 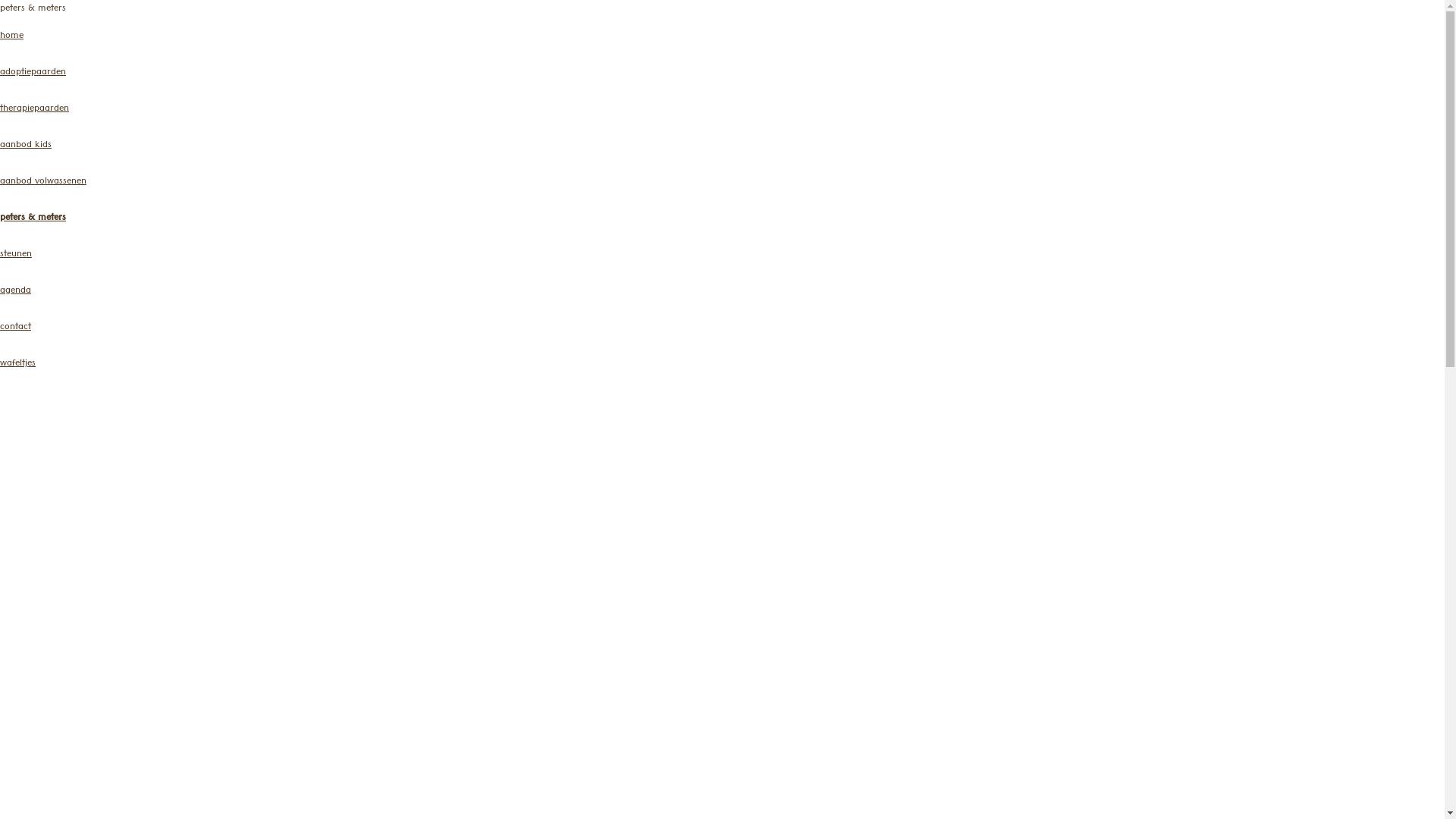 I want to click on 'steunen', so click(x=15, y=254).